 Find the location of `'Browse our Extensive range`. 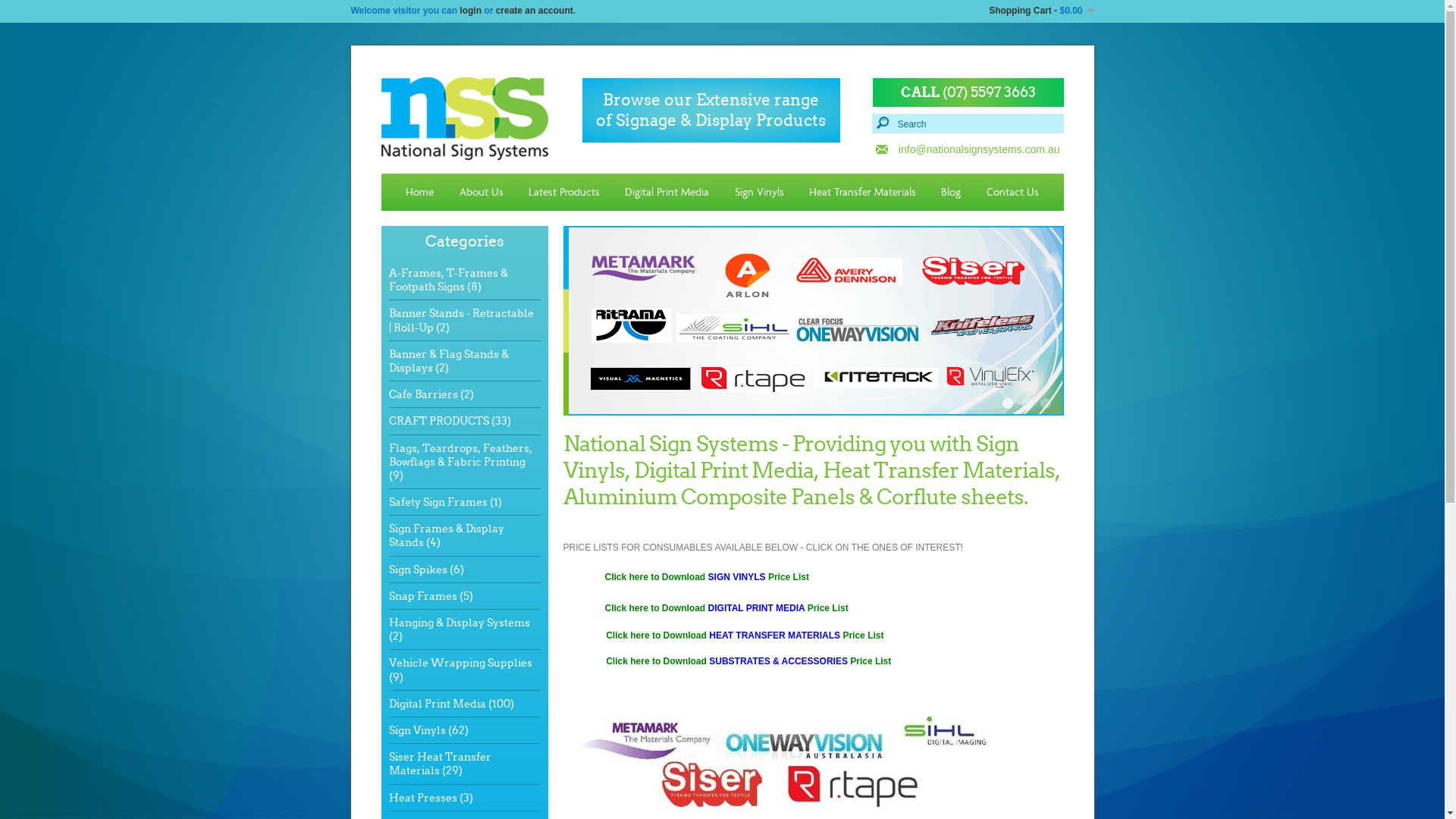

'Browse our Extensive range is located at coordinates (710, 109).